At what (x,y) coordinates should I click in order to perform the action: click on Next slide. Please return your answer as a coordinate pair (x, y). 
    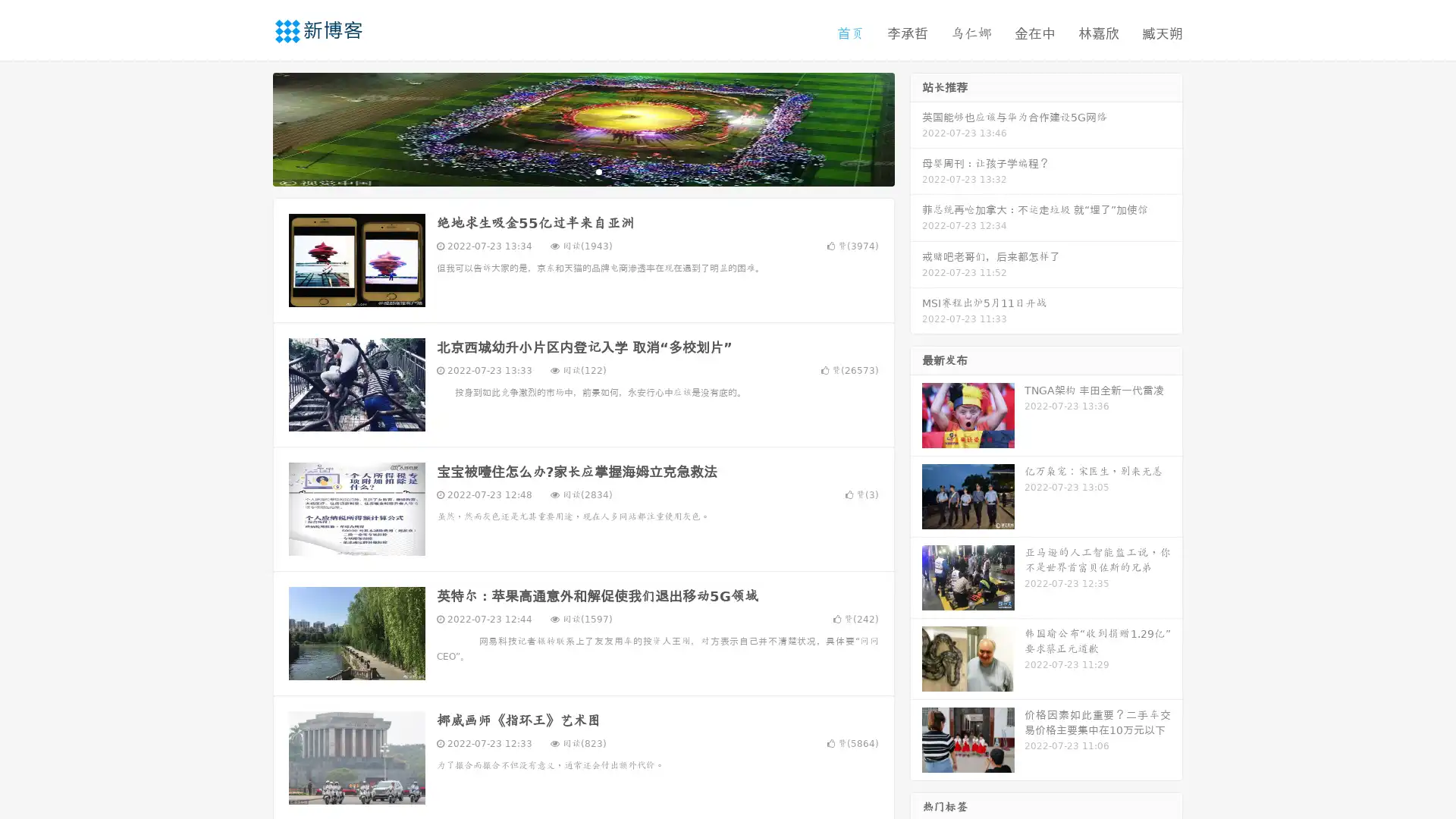
    Looking at the image, I should click on (916, 127).